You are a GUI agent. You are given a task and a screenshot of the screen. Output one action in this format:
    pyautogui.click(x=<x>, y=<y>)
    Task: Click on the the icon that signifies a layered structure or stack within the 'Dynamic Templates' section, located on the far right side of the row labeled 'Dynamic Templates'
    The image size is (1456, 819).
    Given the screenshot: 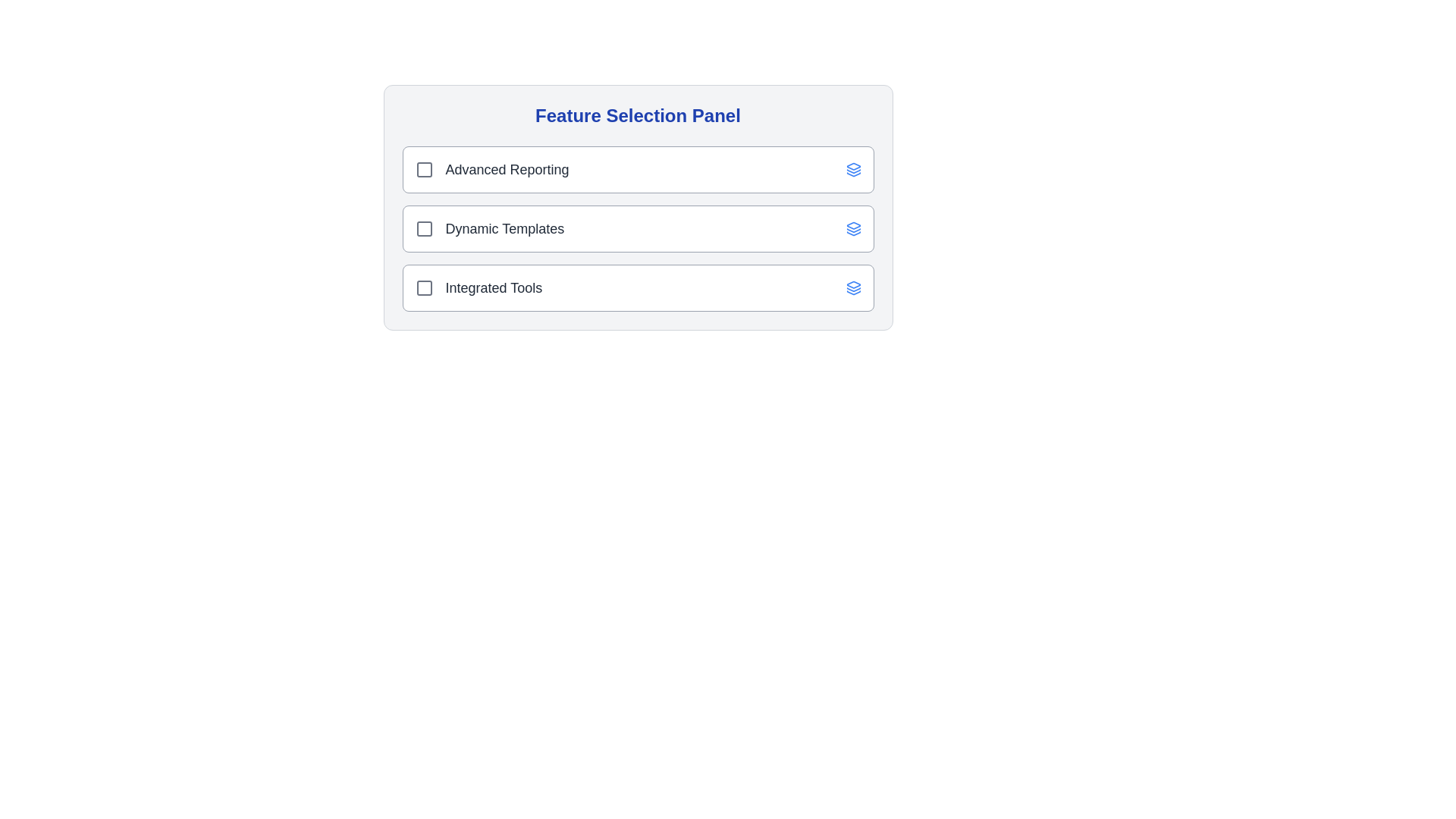 What is the action you would take?
    pyautogui.click(x=853, y=228)
    